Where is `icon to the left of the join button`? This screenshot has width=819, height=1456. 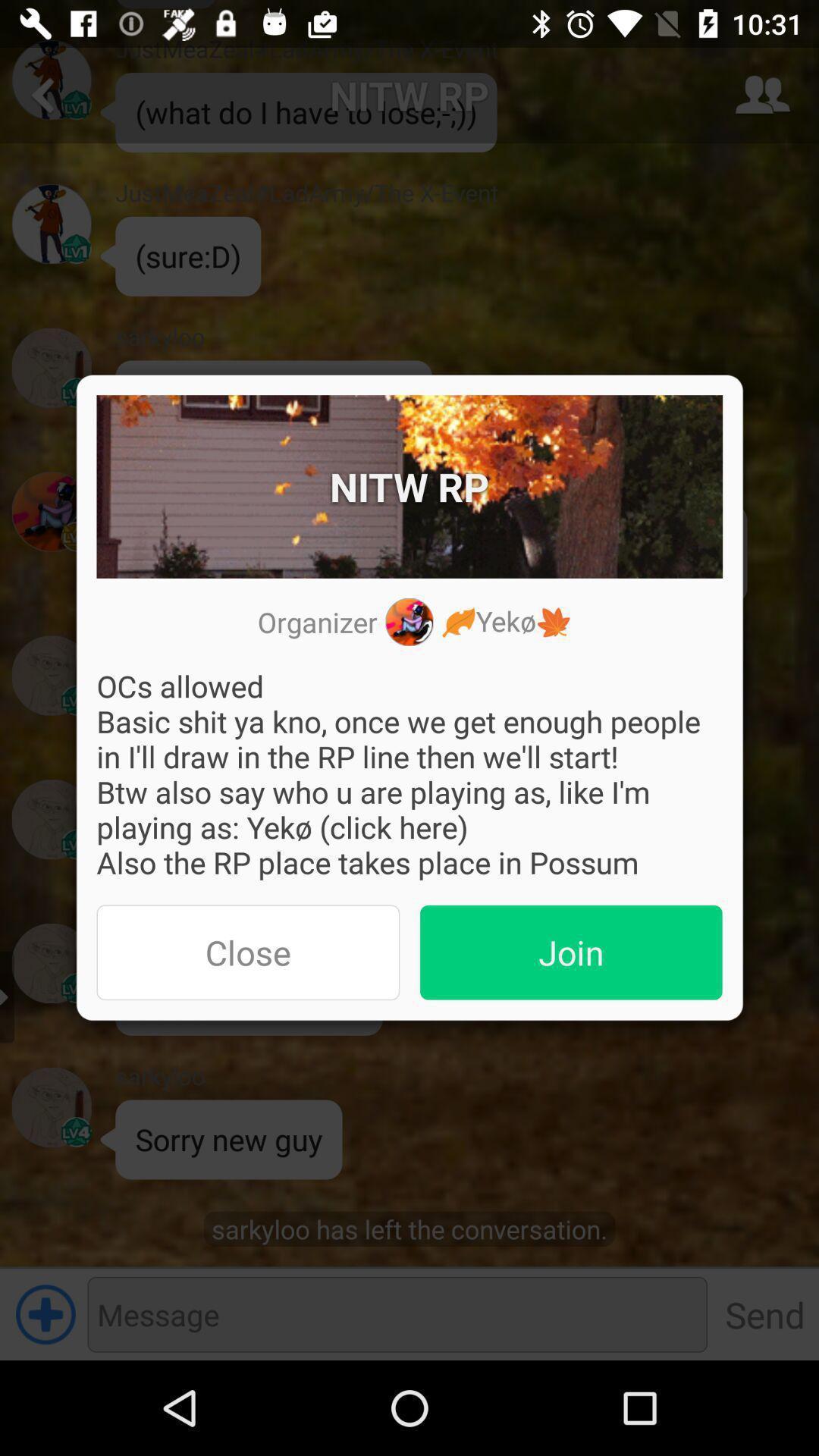 icon to the left of the join button is located at coordinates (247, 952).